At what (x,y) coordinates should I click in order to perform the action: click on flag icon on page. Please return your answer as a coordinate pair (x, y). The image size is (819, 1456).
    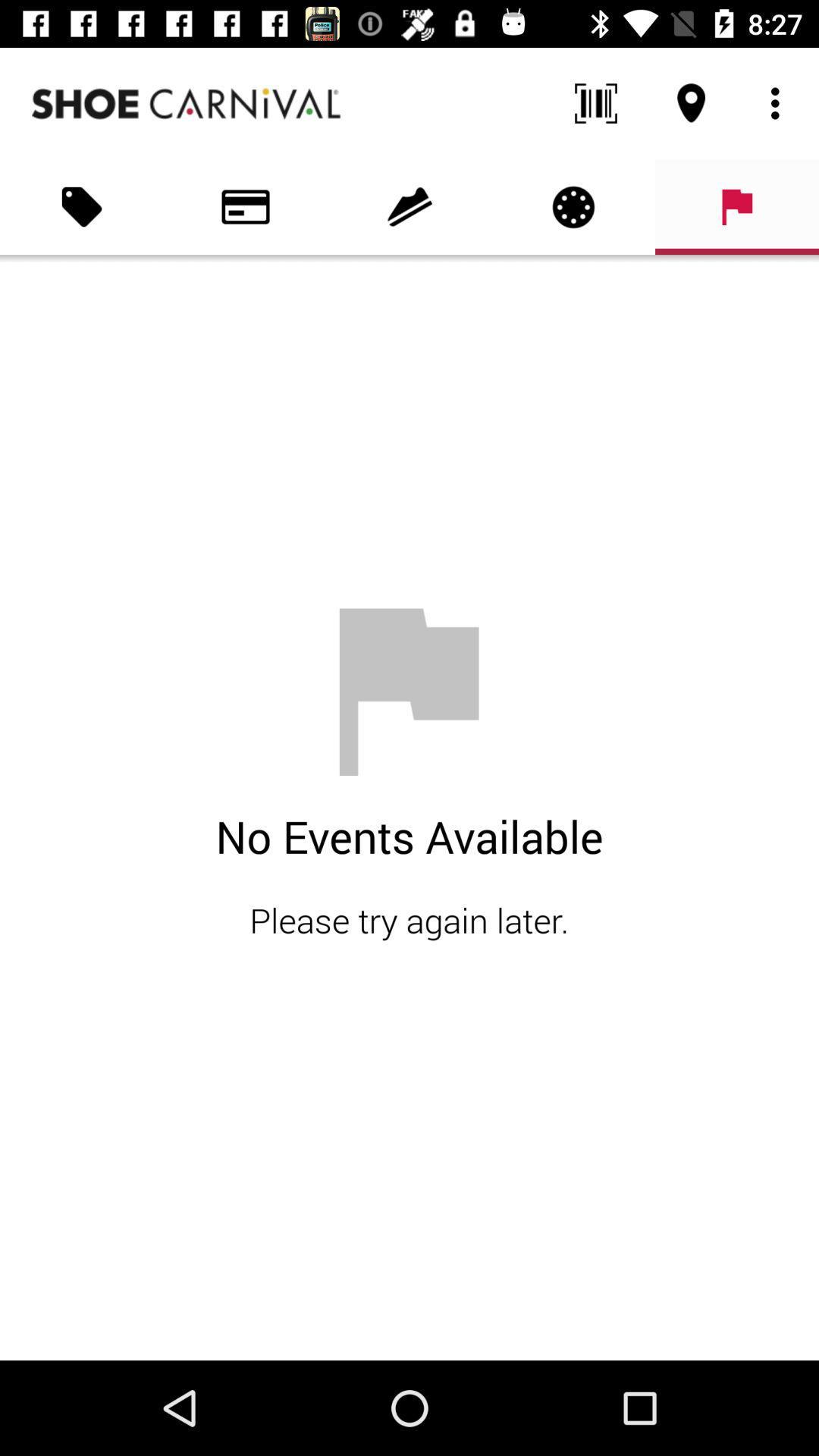
    Looking at the image, I should click on (736, 206).